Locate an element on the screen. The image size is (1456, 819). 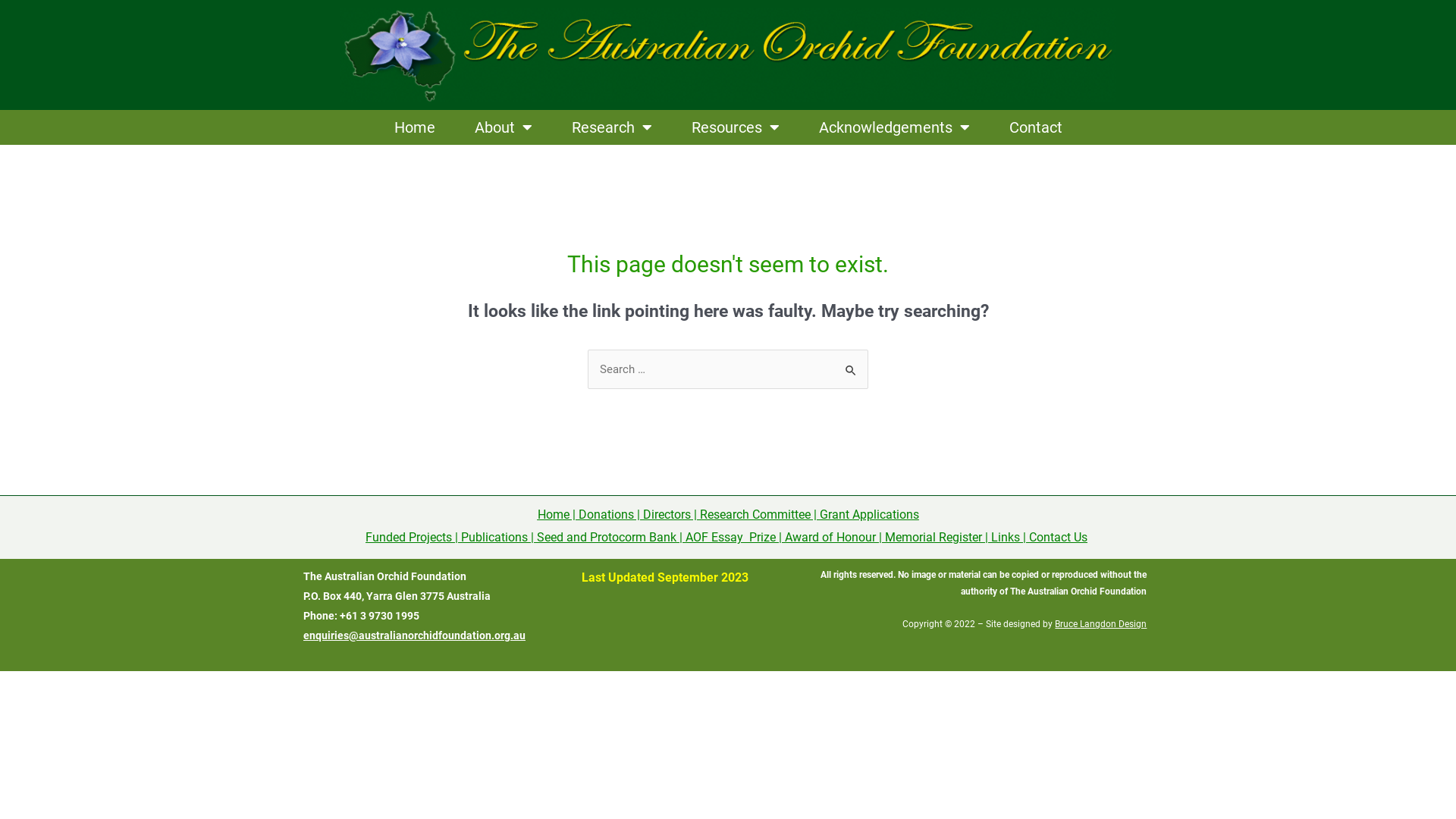
'enquiries@australianorchidfoundation.org.au' is located at coordinates (303, 635).